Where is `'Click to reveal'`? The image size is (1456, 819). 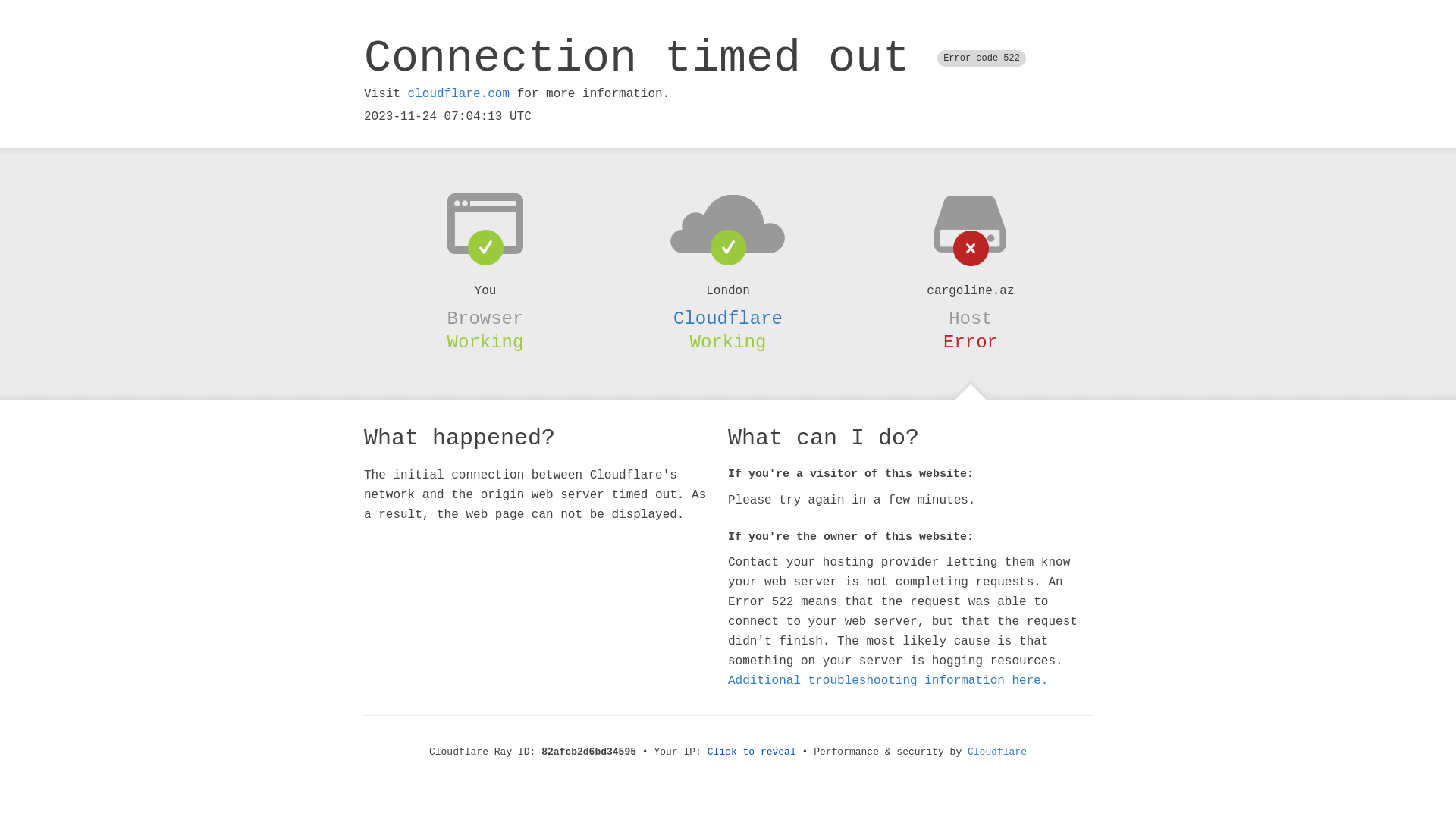 'Click to reveal' is located at coordinates (706, 752).